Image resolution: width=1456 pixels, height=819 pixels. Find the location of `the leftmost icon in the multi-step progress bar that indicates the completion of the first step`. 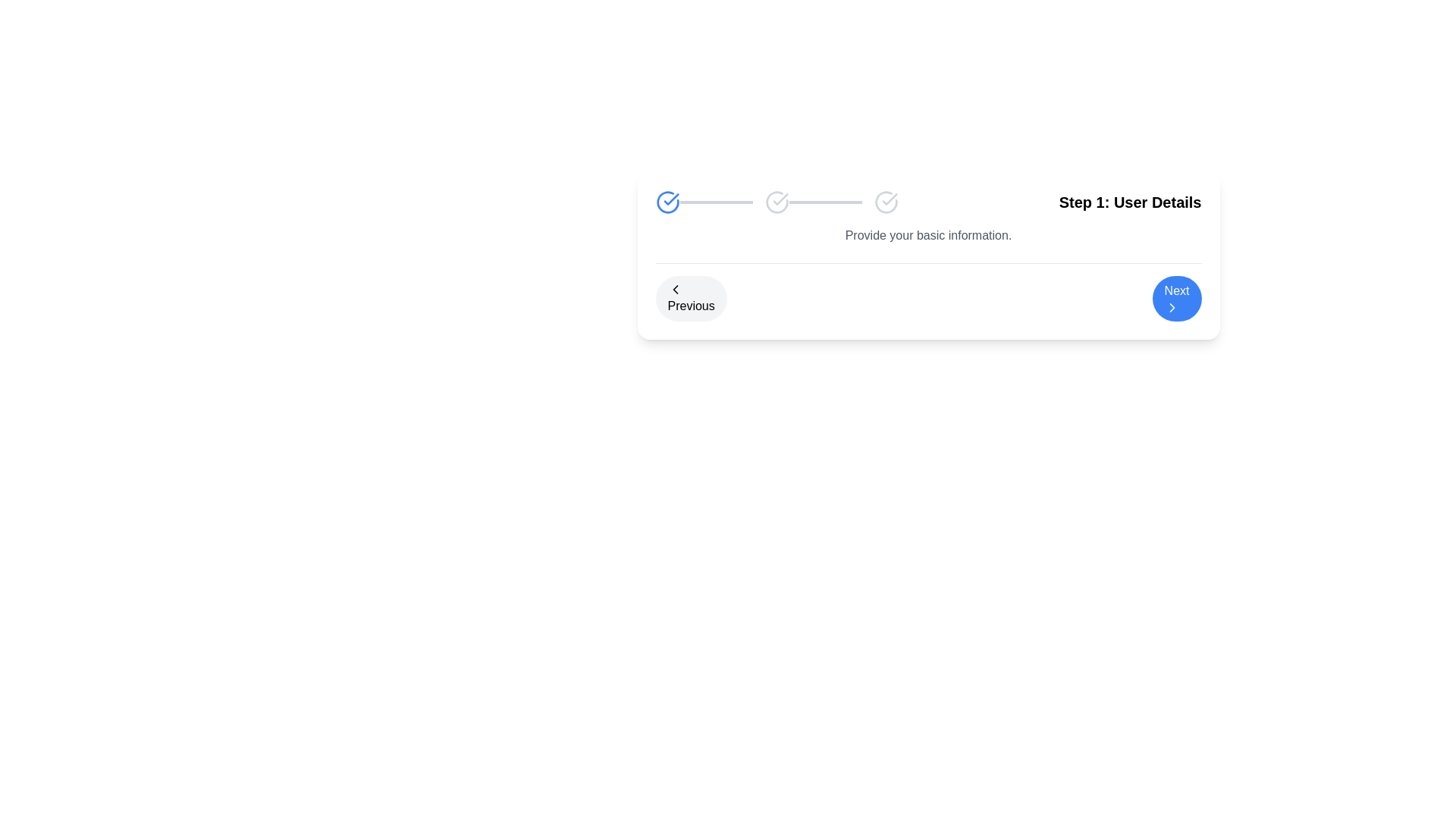

the leftmost icon in the multi-step progress bar that indicates the completion of the first step is located at coordinates (667, 201).